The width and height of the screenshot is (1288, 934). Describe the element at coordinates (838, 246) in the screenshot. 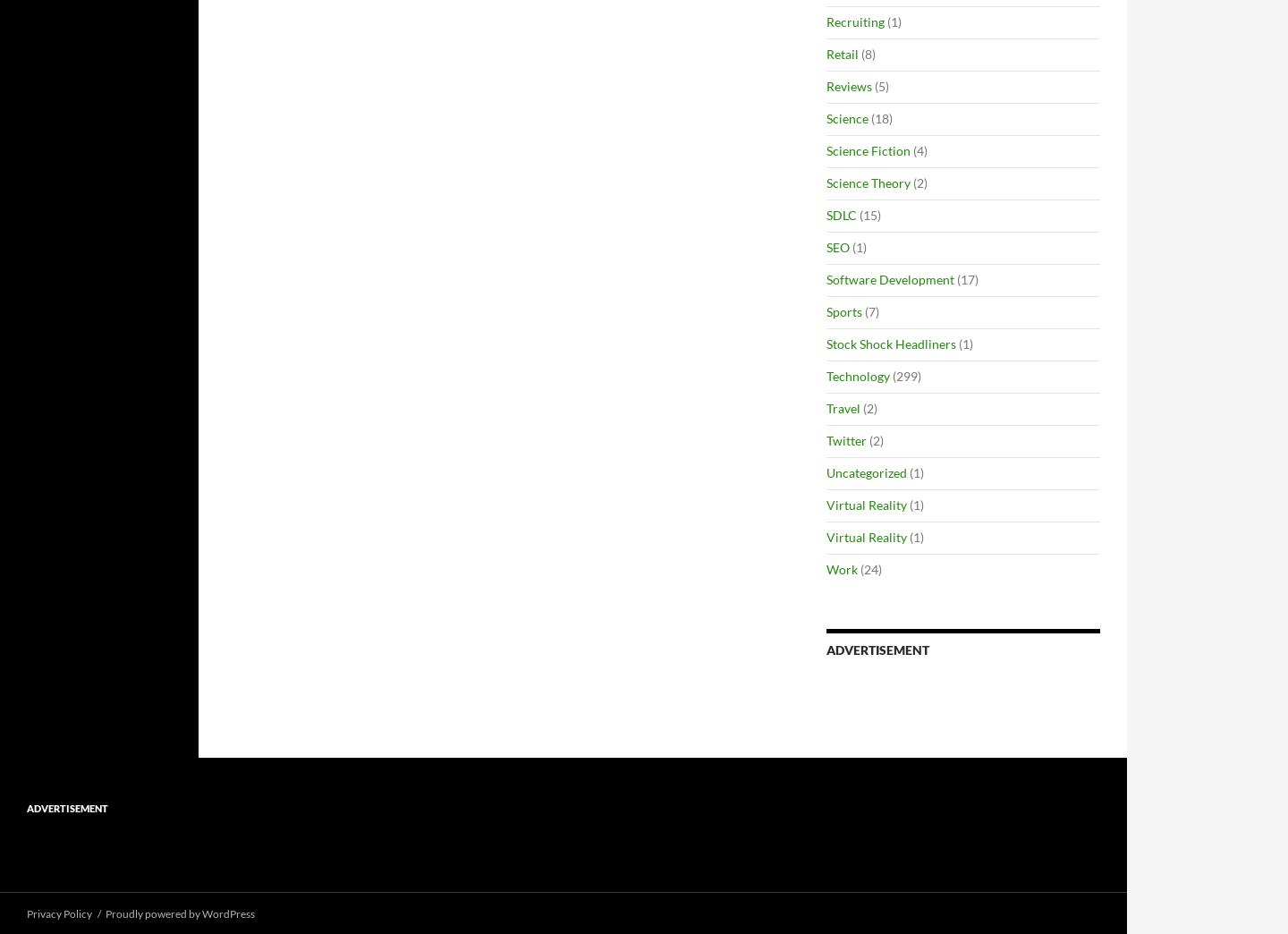

I see `'SEO'` at that location.